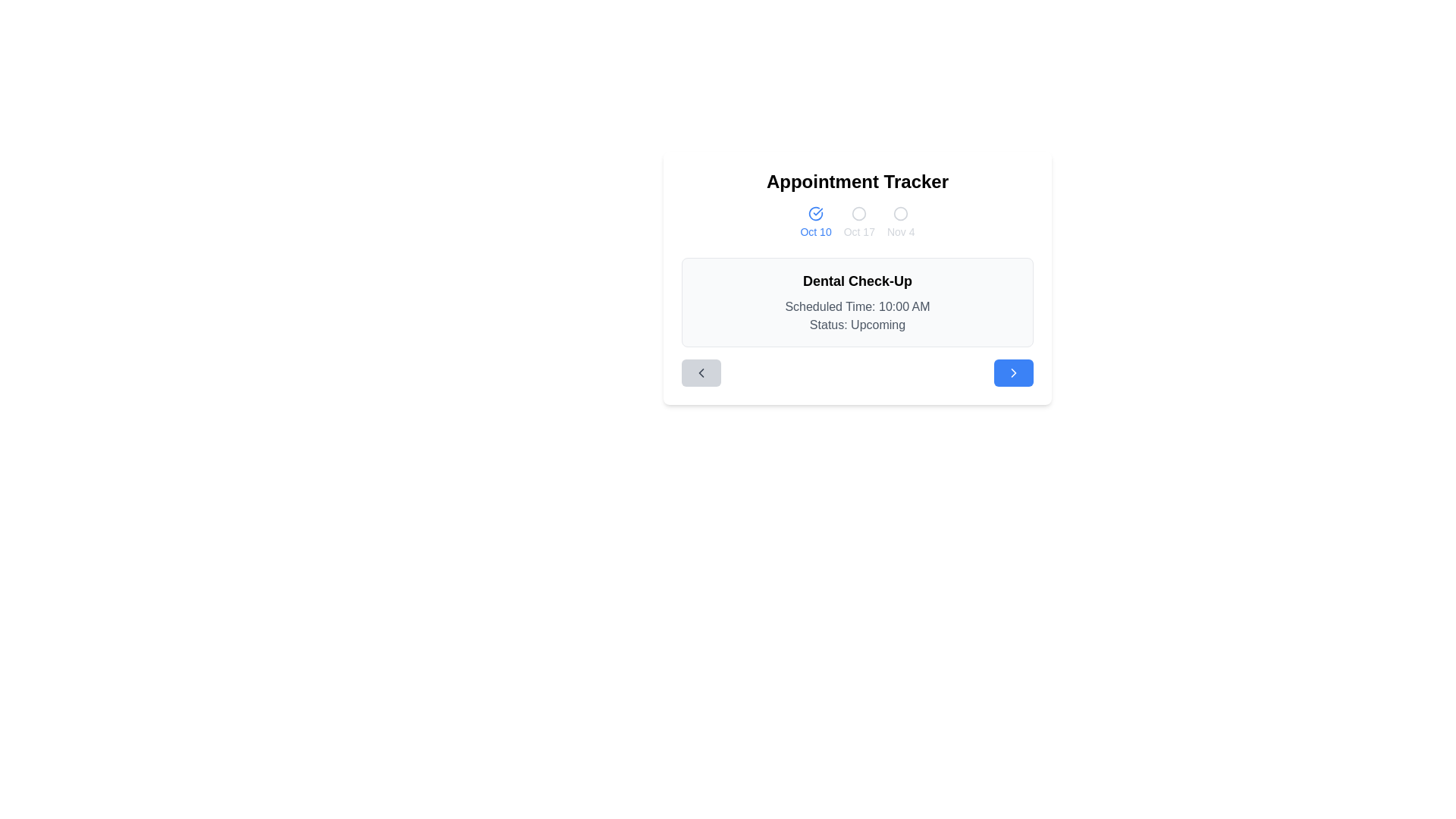  I want to click on the blue circular icon with a checkmark above the text 'Oct 10', so click(815, 222).